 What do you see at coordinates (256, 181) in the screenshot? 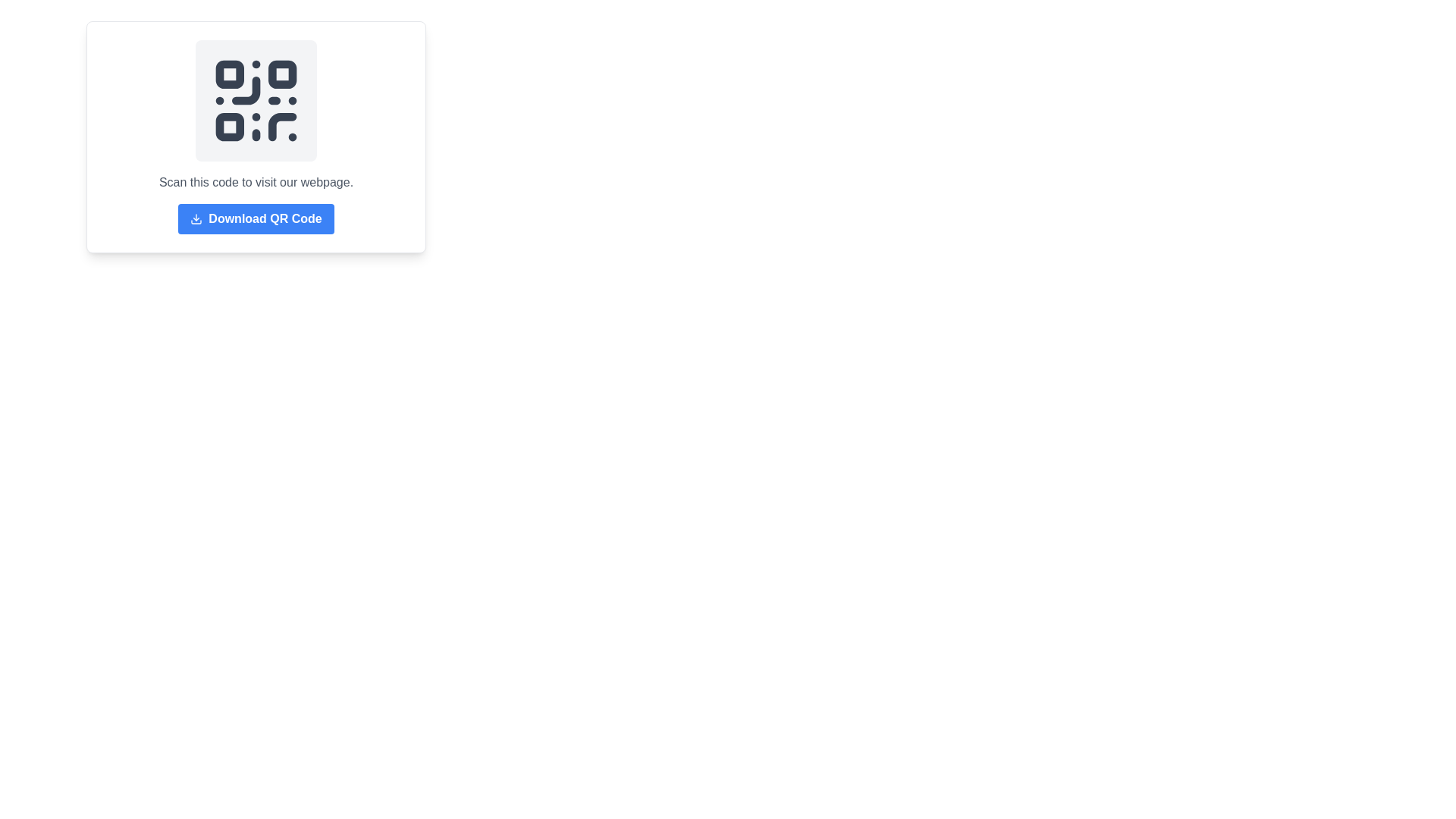
I see `the Text label that provides instructions related to the QR code, positioned below the QR code image and above the 'Download QR Code' button` at bounding box center [256, 181].